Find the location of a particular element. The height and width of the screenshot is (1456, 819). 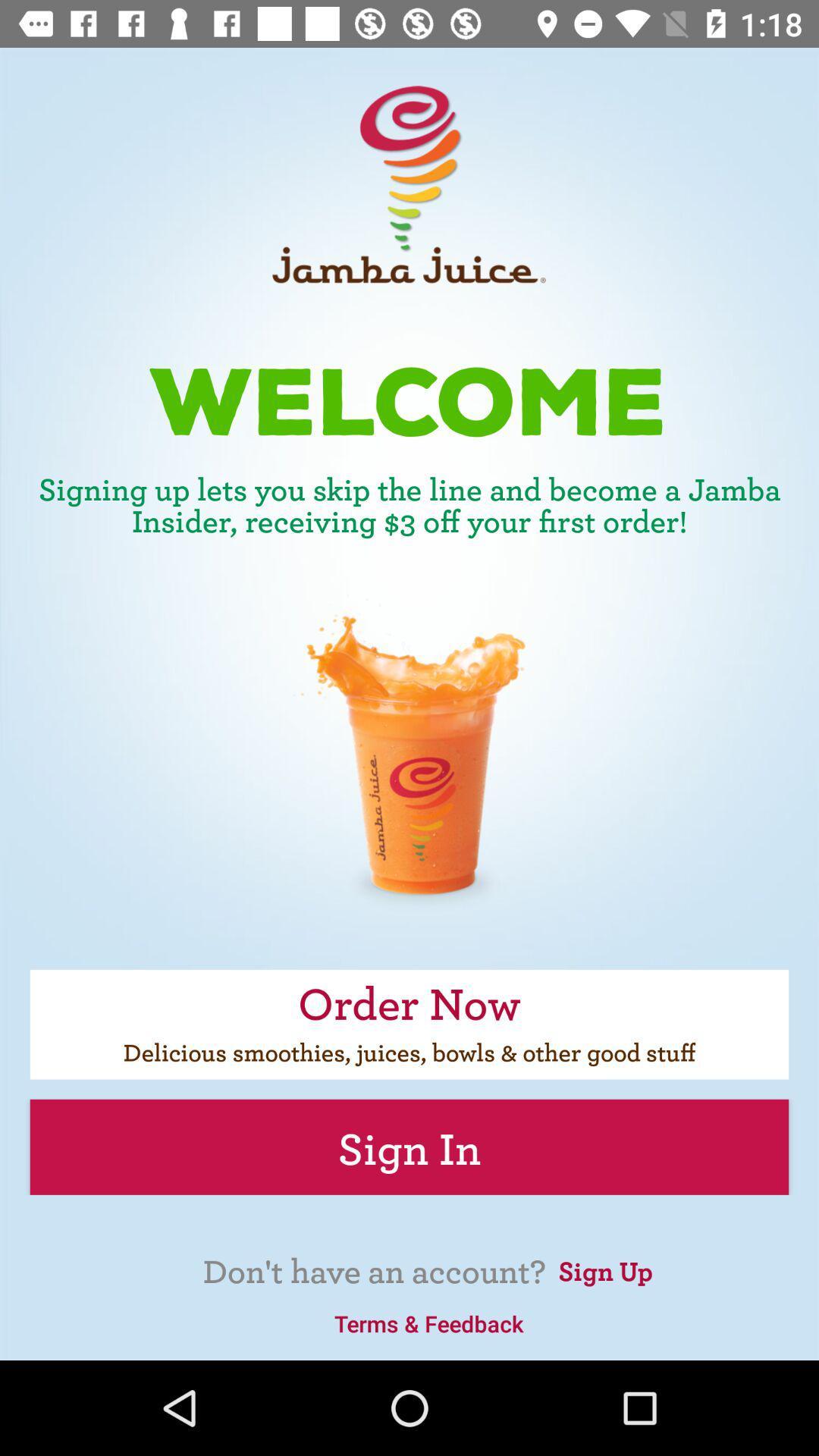

terms & feedback icon is located at coordinates (428, 1323).